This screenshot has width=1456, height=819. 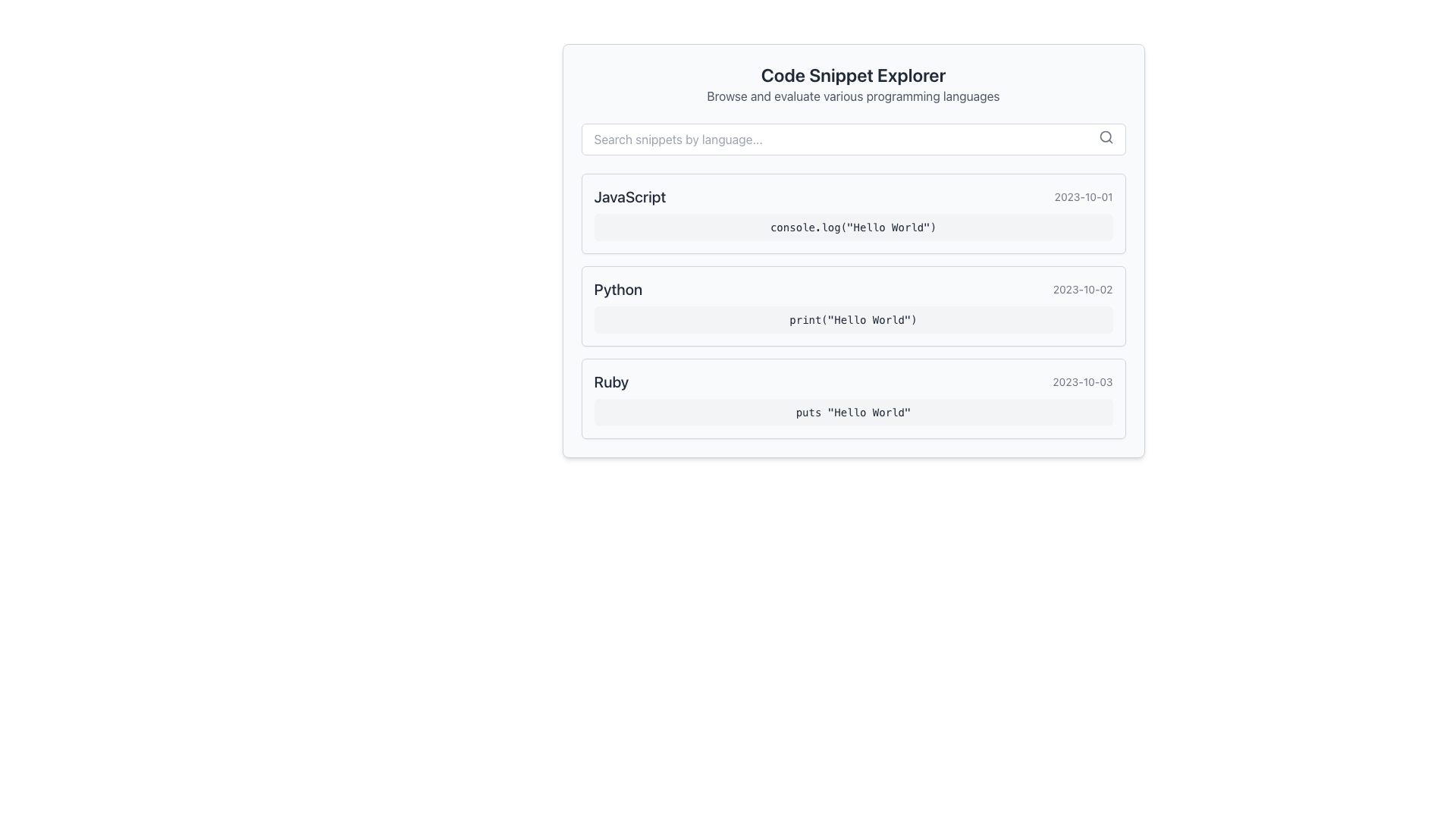 What do you see at coordinates (853, 318) in the screenshot?
I see `the code snippet display box with a gray background and rounded corners that contains the text 'print("Hello World")', located in the Python section just below the header 'Python2023-10-02'` at bounding box center [853, 318].